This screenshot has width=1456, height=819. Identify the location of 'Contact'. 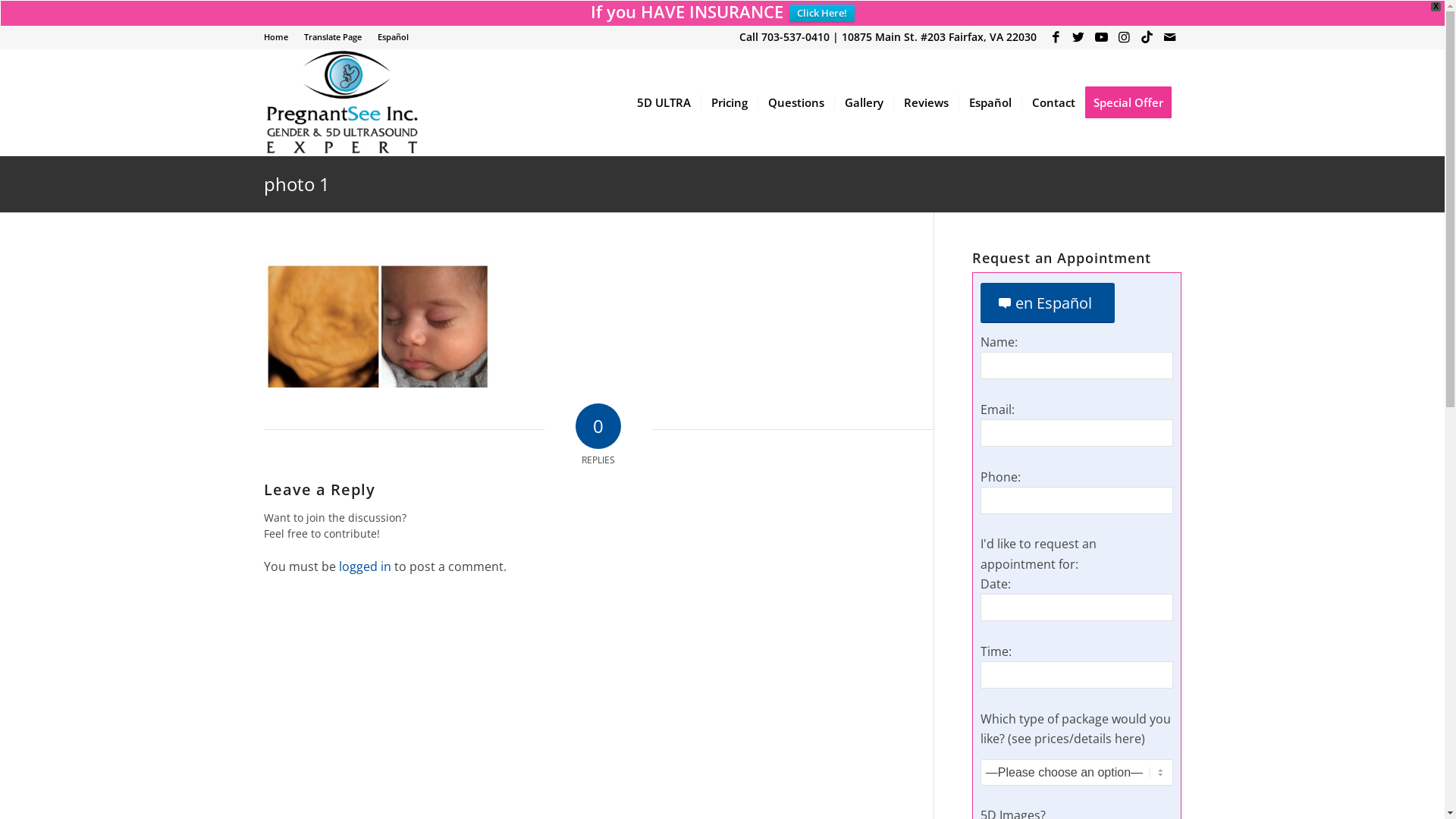
(1051, 102).